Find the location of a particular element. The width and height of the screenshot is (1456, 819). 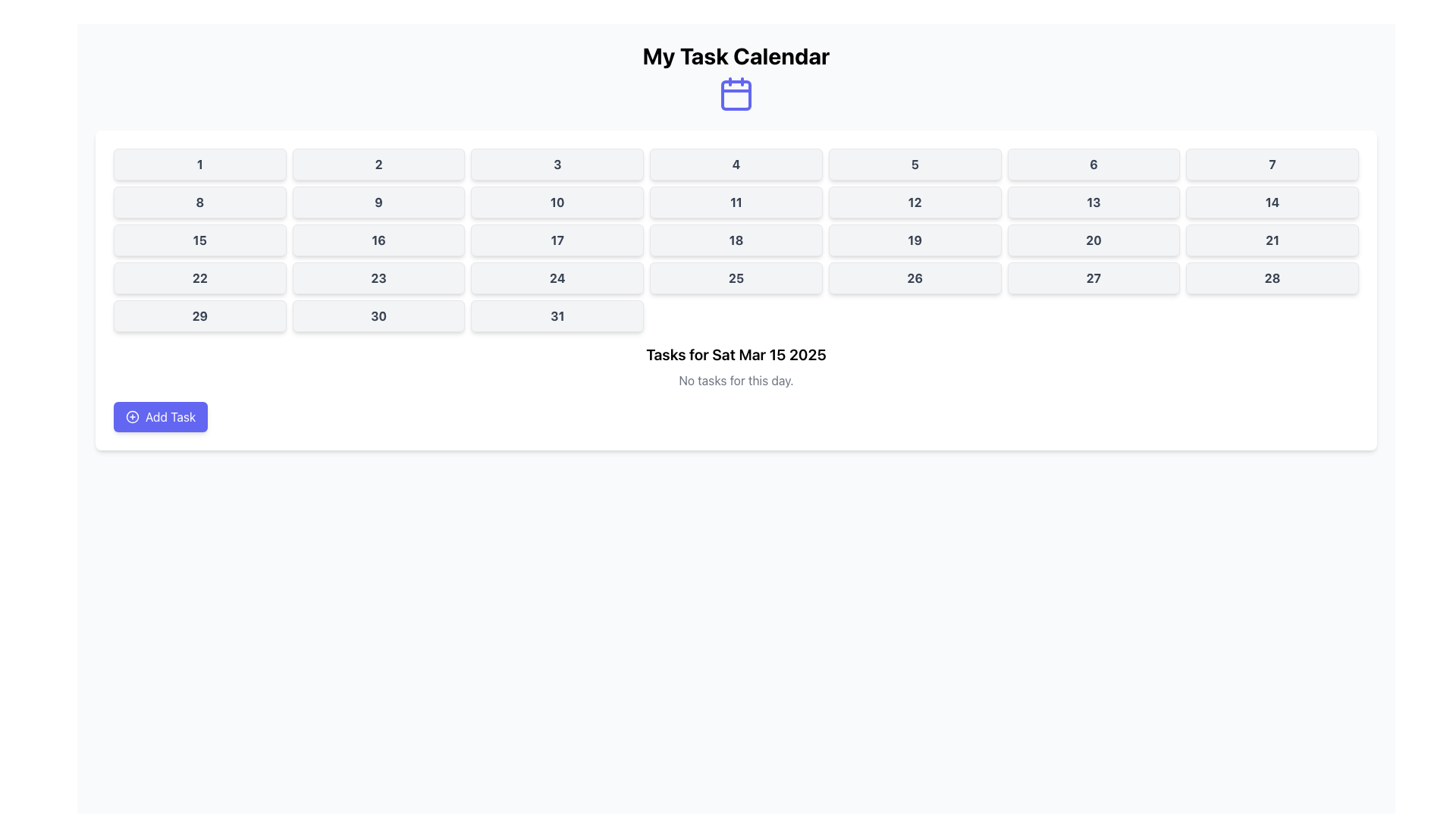

the selectable day button in the calendar interface located in the last row, second column from the left is located at coordinates (378, 315).